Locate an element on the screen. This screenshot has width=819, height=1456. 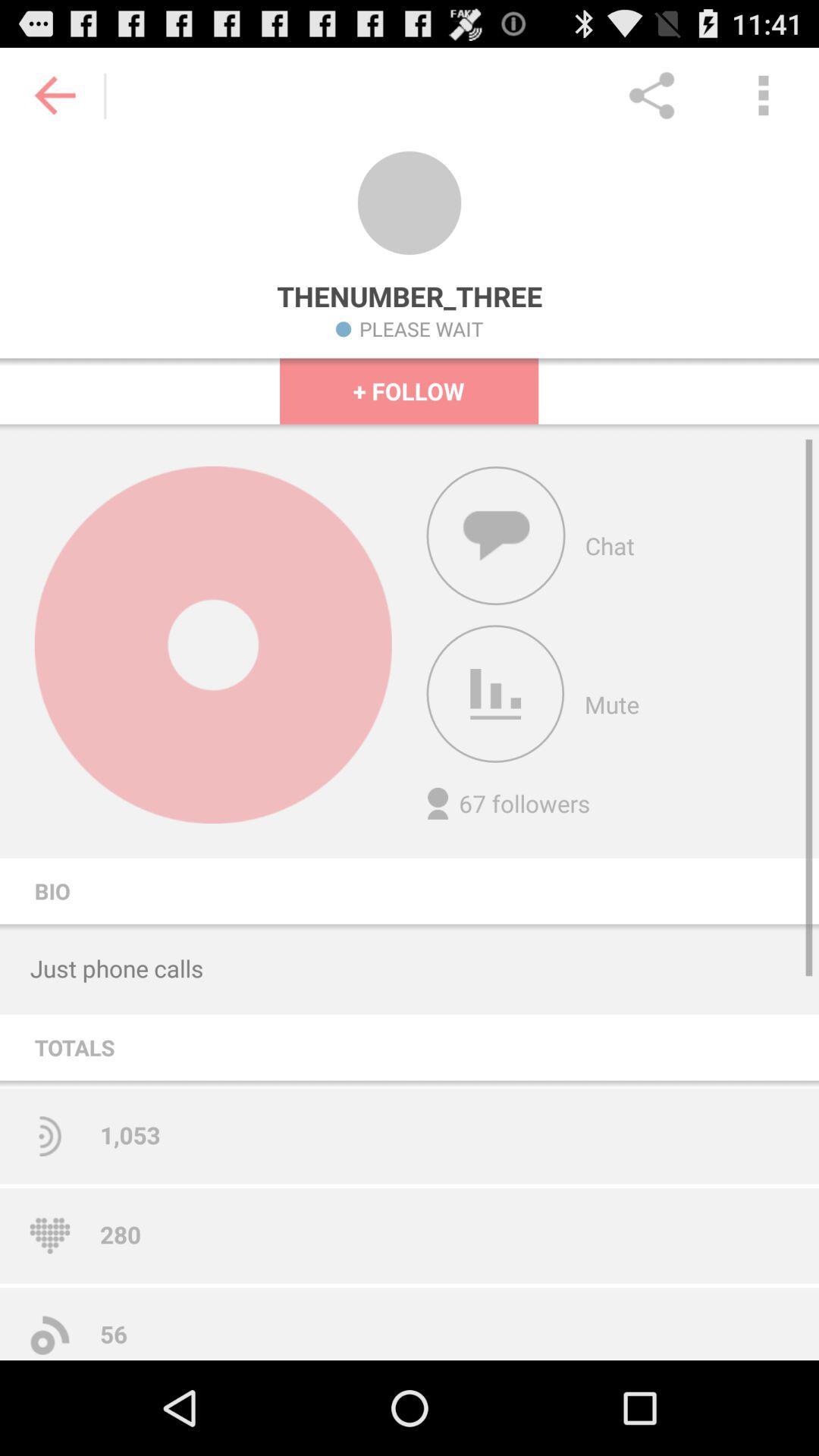
utilize chat feature is located at coordinates (496, 535).